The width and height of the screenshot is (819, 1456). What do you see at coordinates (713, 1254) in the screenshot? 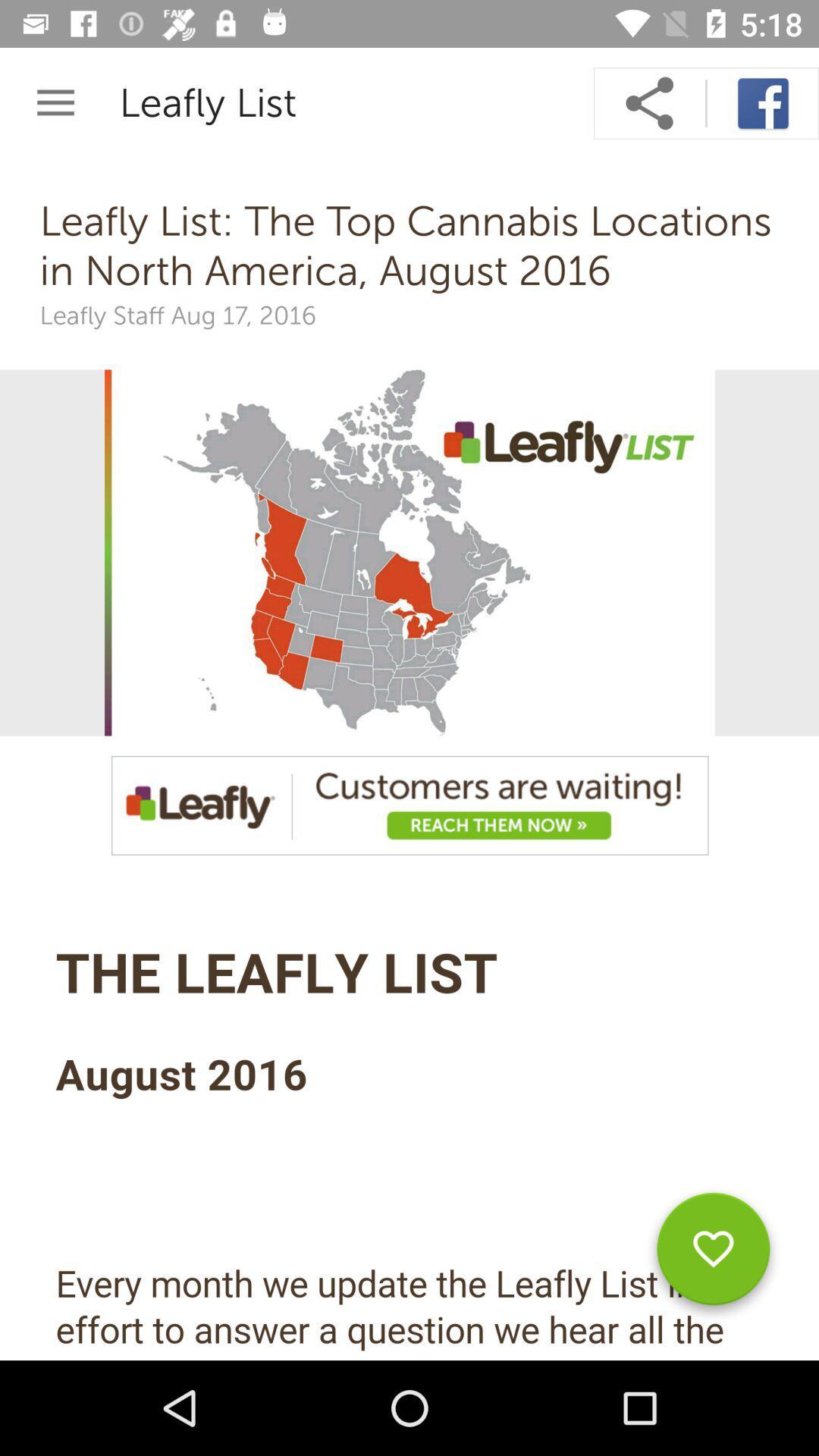
I see `the favorite icon` at bounding box center [713, 1254].